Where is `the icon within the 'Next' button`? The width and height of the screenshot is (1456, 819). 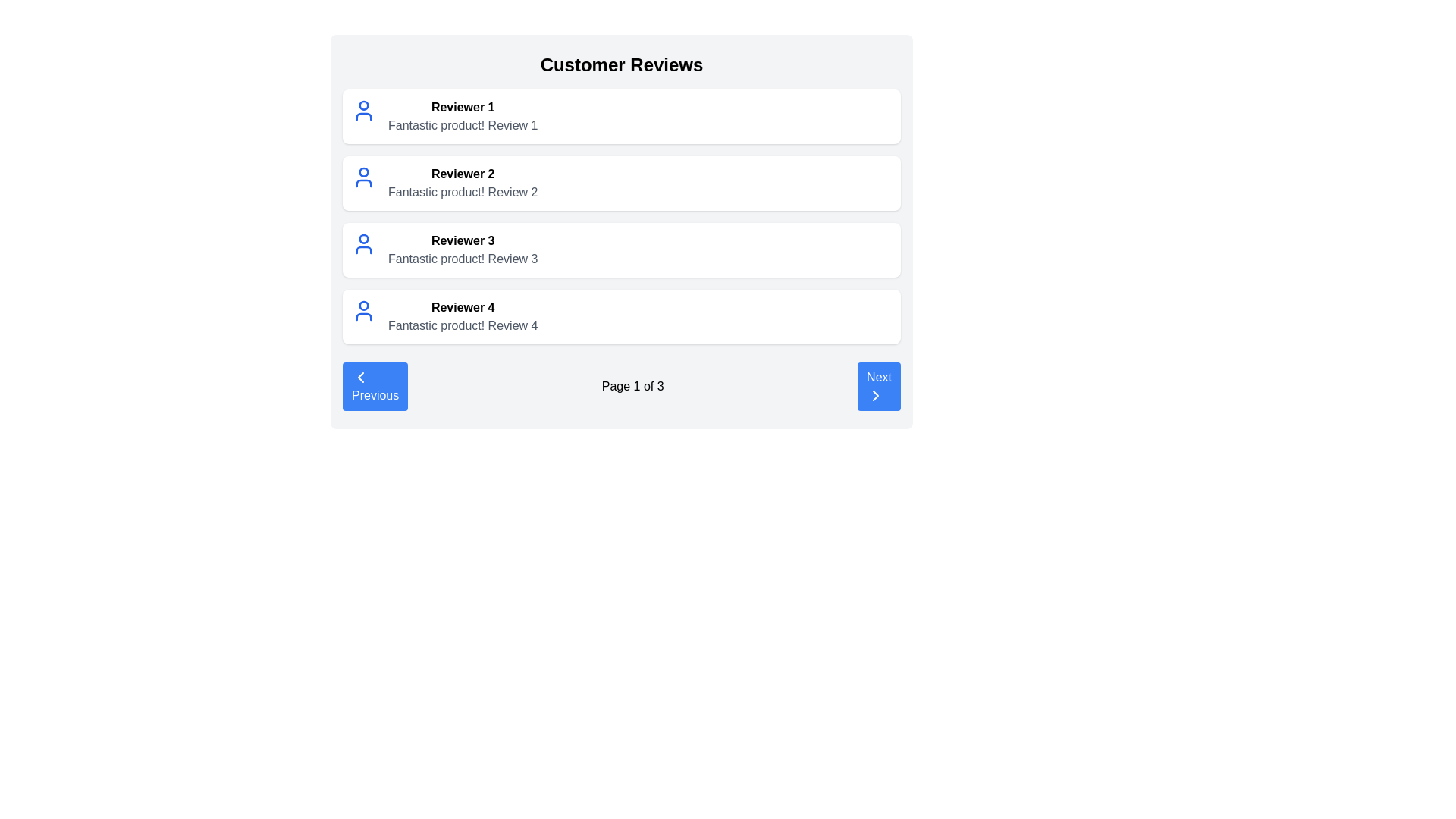
the icon within the 'Next' button is located at coordinates (876, 394).